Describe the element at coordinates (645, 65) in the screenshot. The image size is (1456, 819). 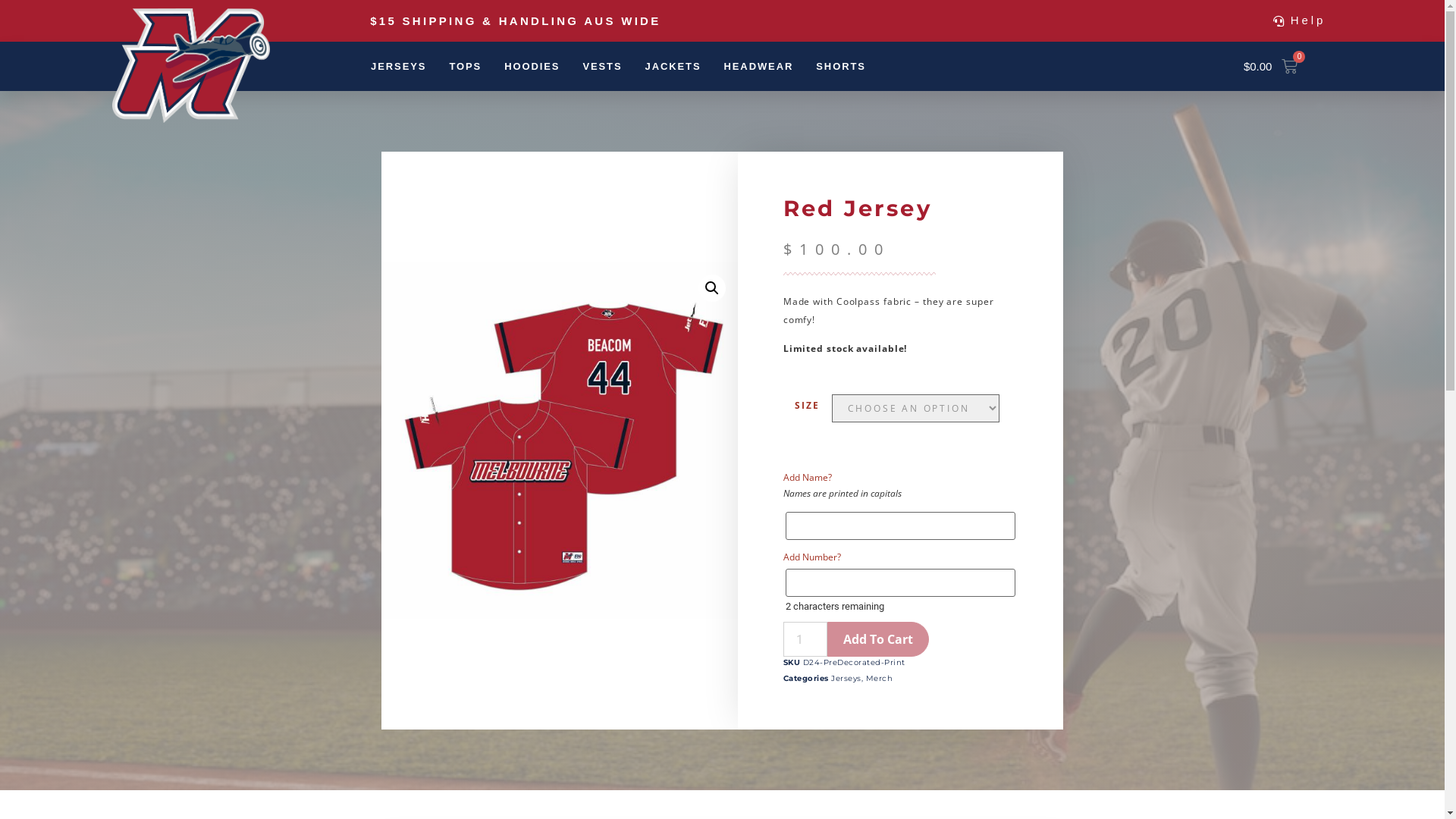
I see `'JACKETS'` at that location.